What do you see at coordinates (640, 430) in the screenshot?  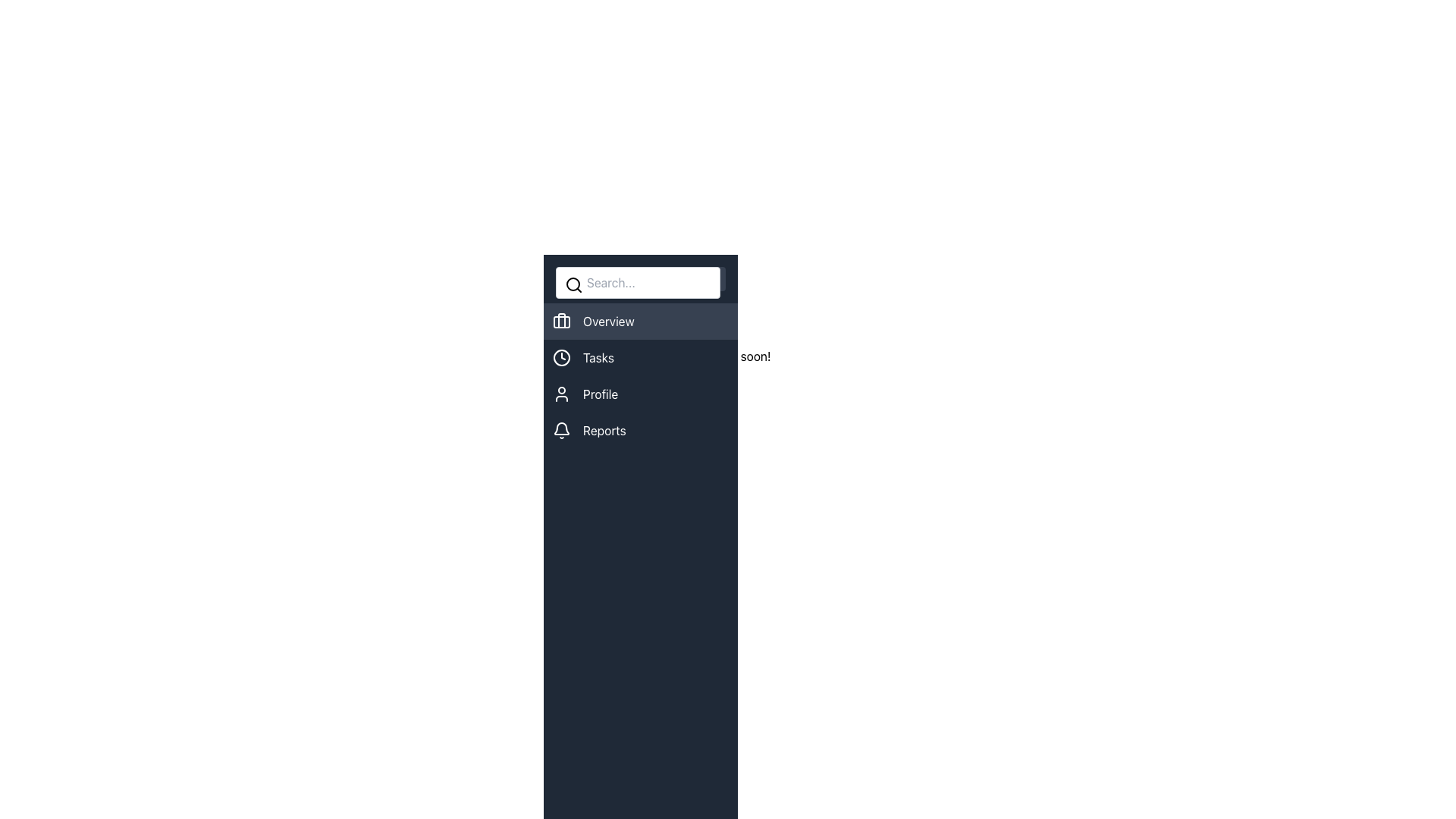 I see `the fourth menu item in the vertical navigation menu` at bounding box center [640, 430].